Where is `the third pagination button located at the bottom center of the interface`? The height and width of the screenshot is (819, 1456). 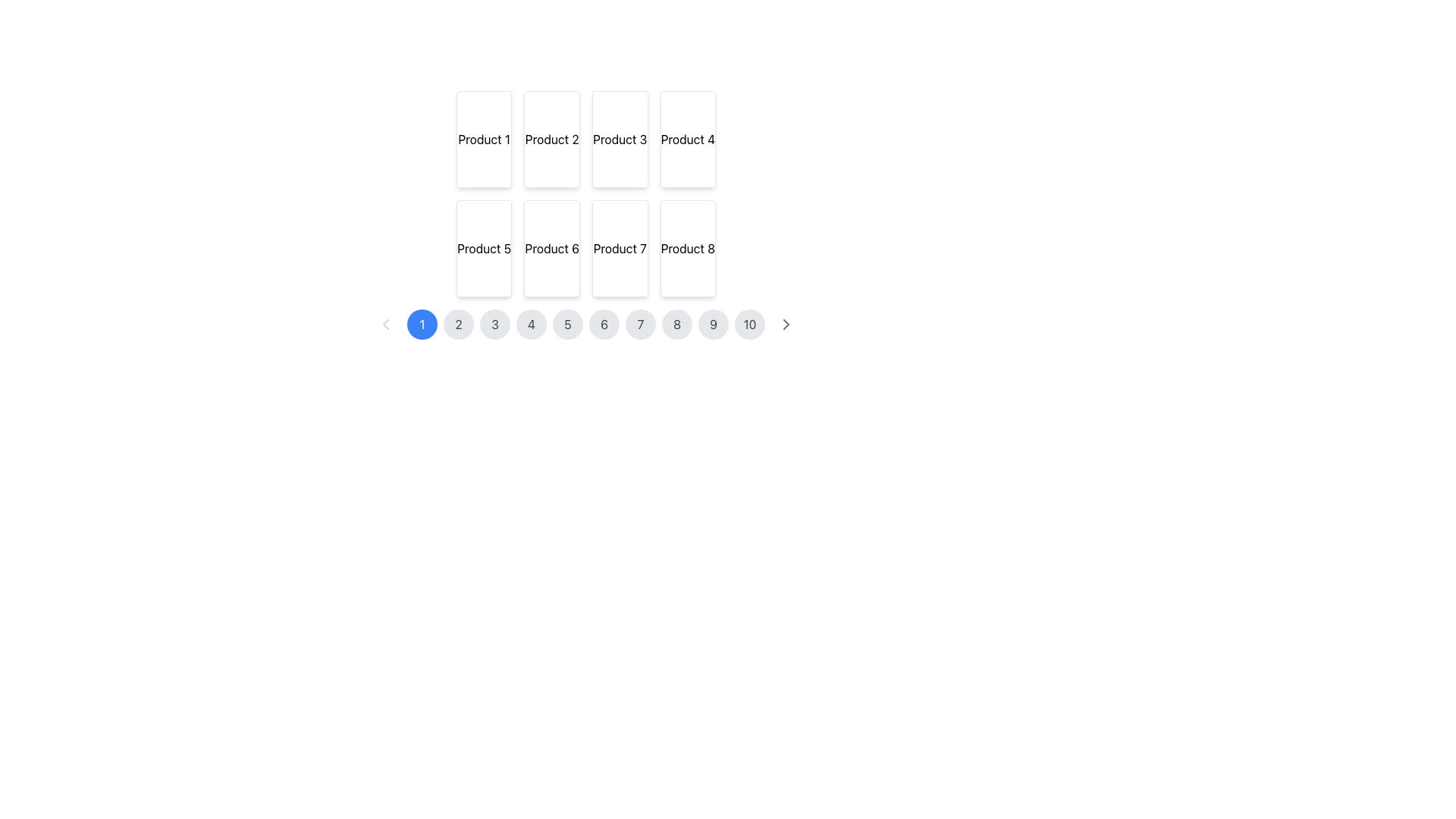
the third pagination button located at the bottom center of the interface is located at coordinates (494, 324).